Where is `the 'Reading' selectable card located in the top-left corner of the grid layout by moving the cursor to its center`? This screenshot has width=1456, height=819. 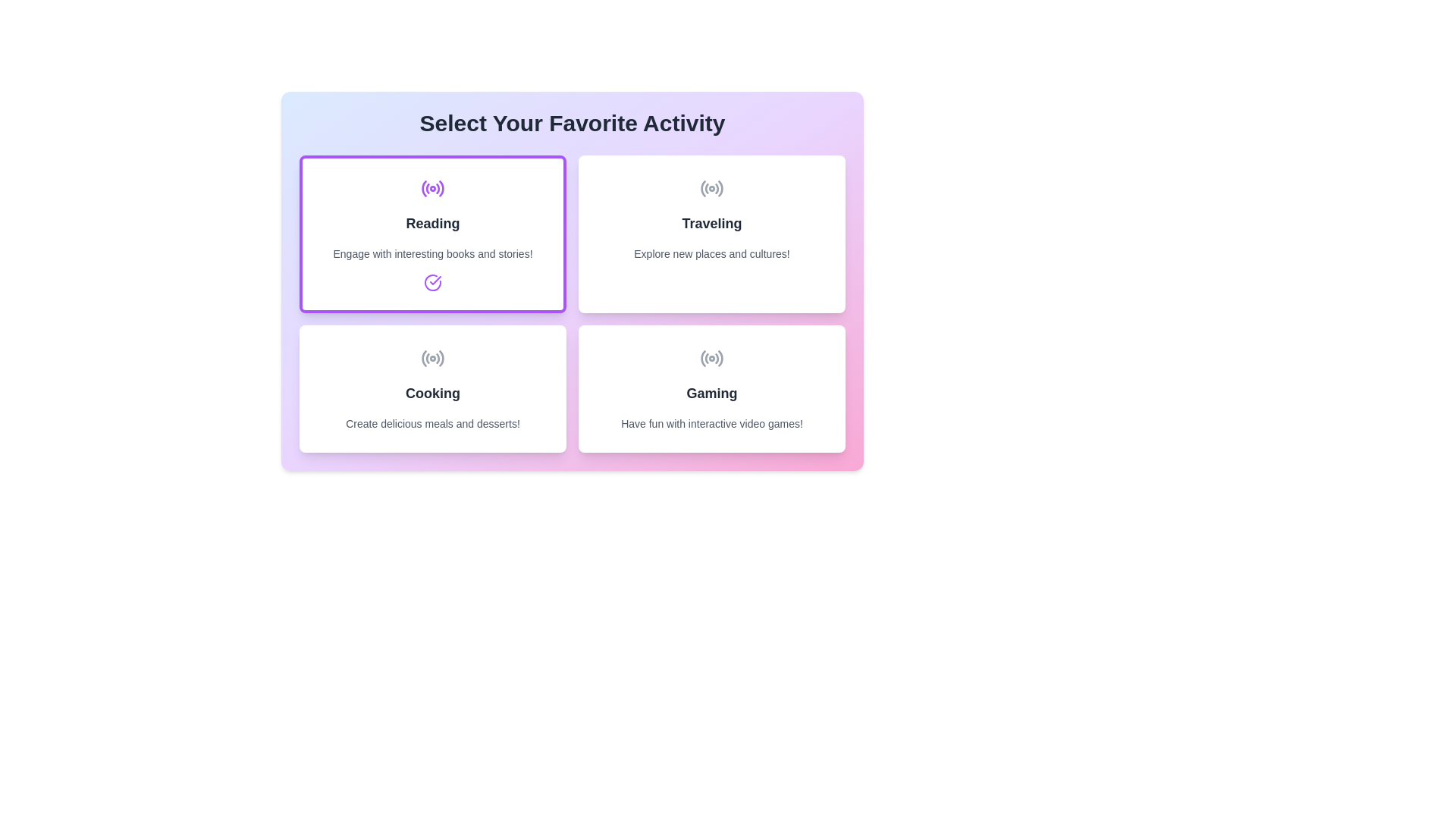 the 'Reading' selectable card located in the top-left corner of the grid layout by moving the cursor to its center is located at coordinates (432, 234).